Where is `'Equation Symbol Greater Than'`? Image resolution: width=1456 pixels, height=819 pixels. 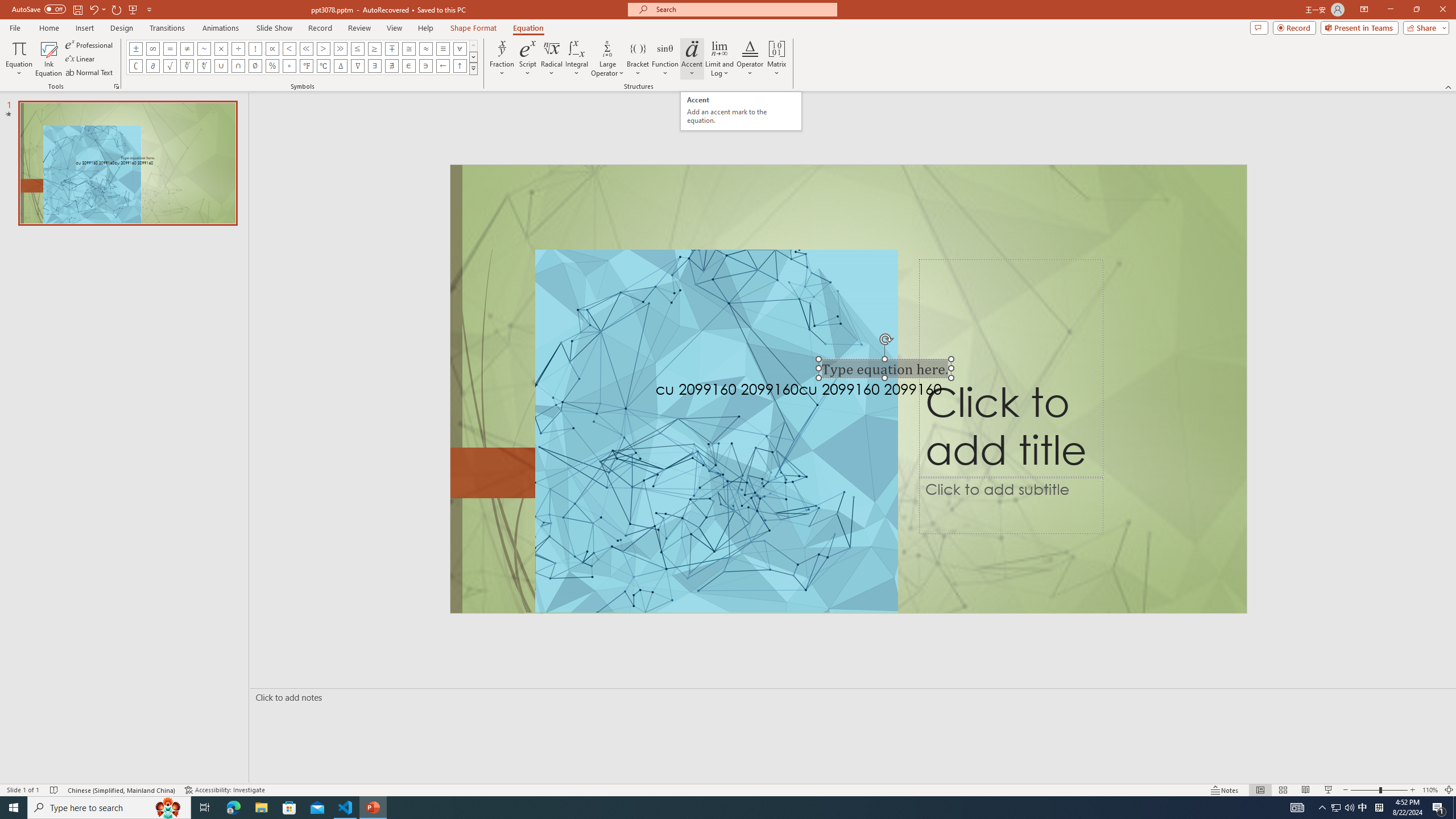 'Equation Symbol Greater Than' is located at coordinates (322, 48).